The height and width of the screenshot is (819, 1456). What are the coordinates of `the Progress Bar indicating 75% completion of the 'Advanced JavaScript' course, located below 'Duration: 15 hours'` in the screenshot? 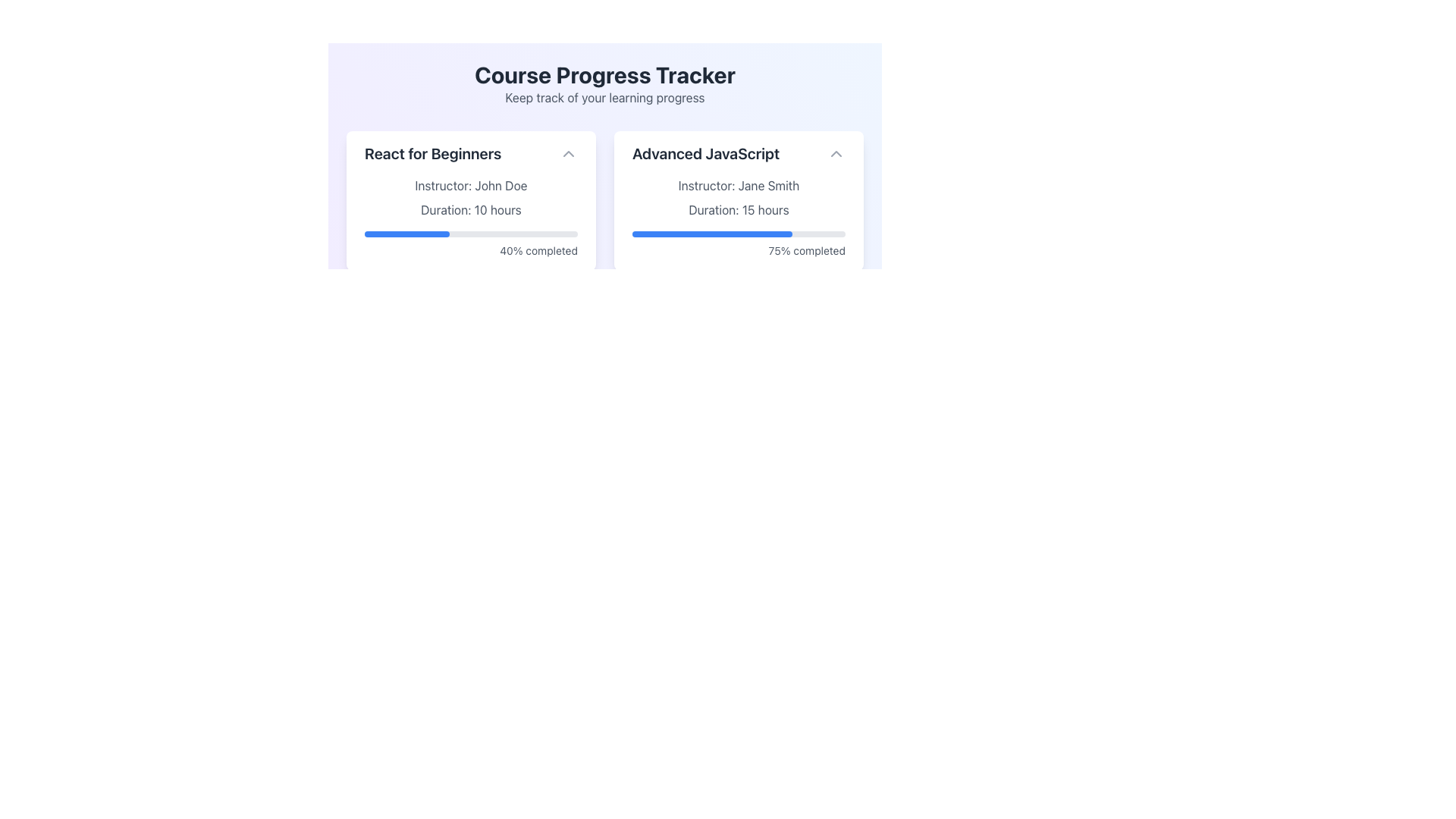 It's located at (711, 234).